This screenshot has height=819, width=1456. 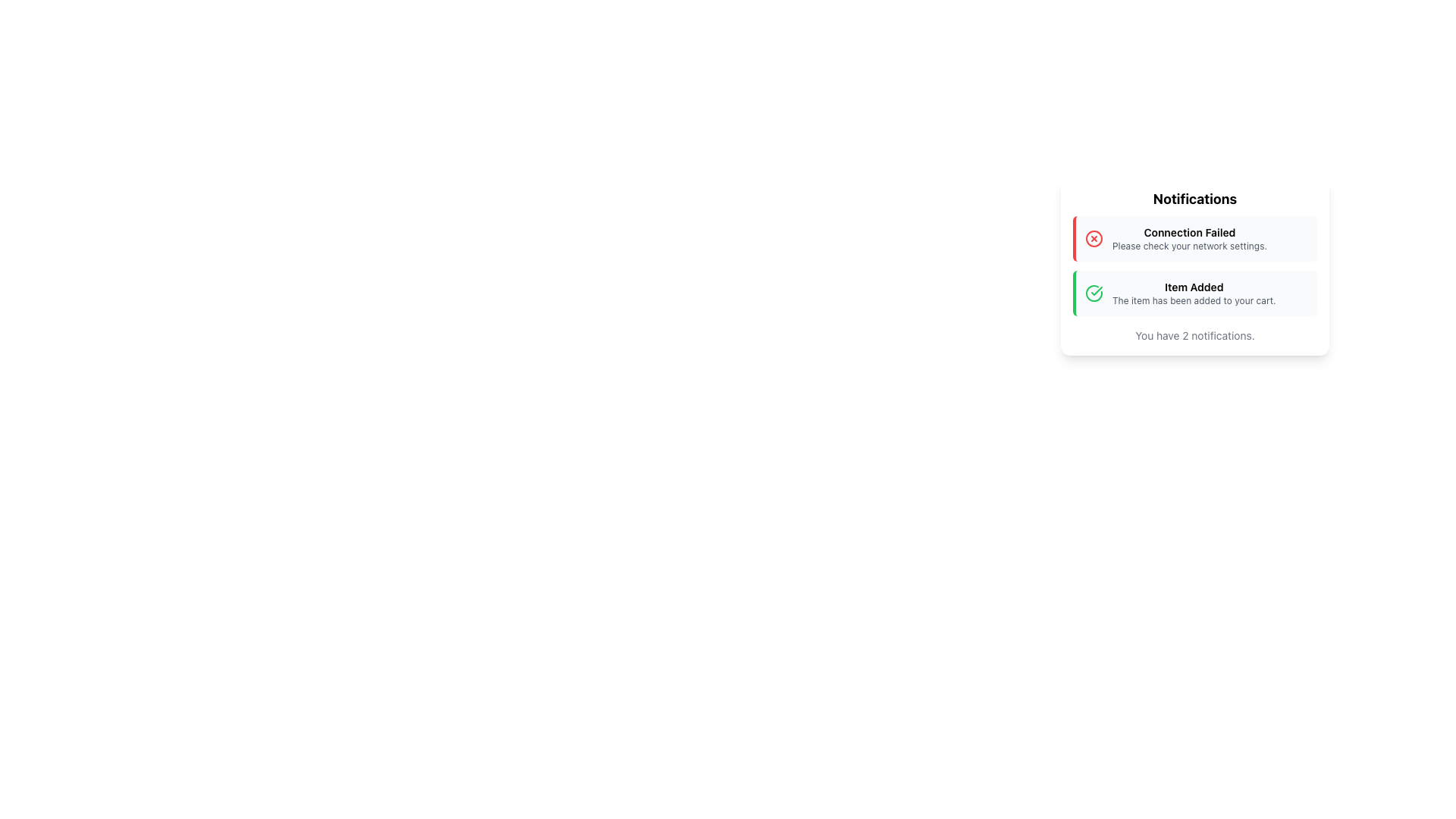 What do you see at coordinates (1196, 239) in the screenshot?
I see `the Notification Message that displays a failed network connection warning, which is the first entry in the notification list with a light-gray background and a red accent line` at bounding box center [1196, 239].